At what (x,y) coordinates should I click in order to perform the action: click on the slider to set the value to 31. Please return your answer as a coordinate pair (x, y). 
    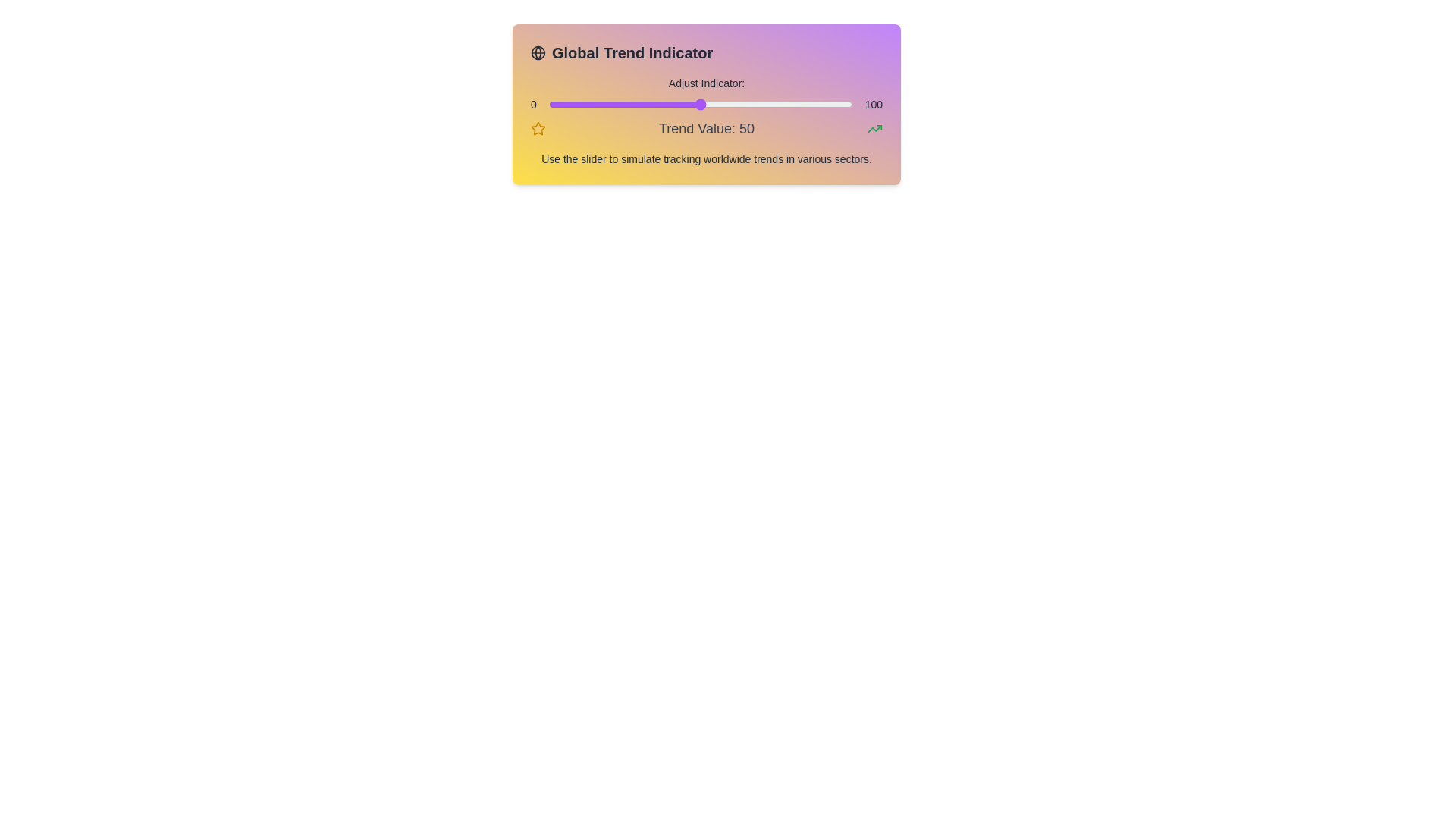
    Looking at the image, I should click on (643, 104).